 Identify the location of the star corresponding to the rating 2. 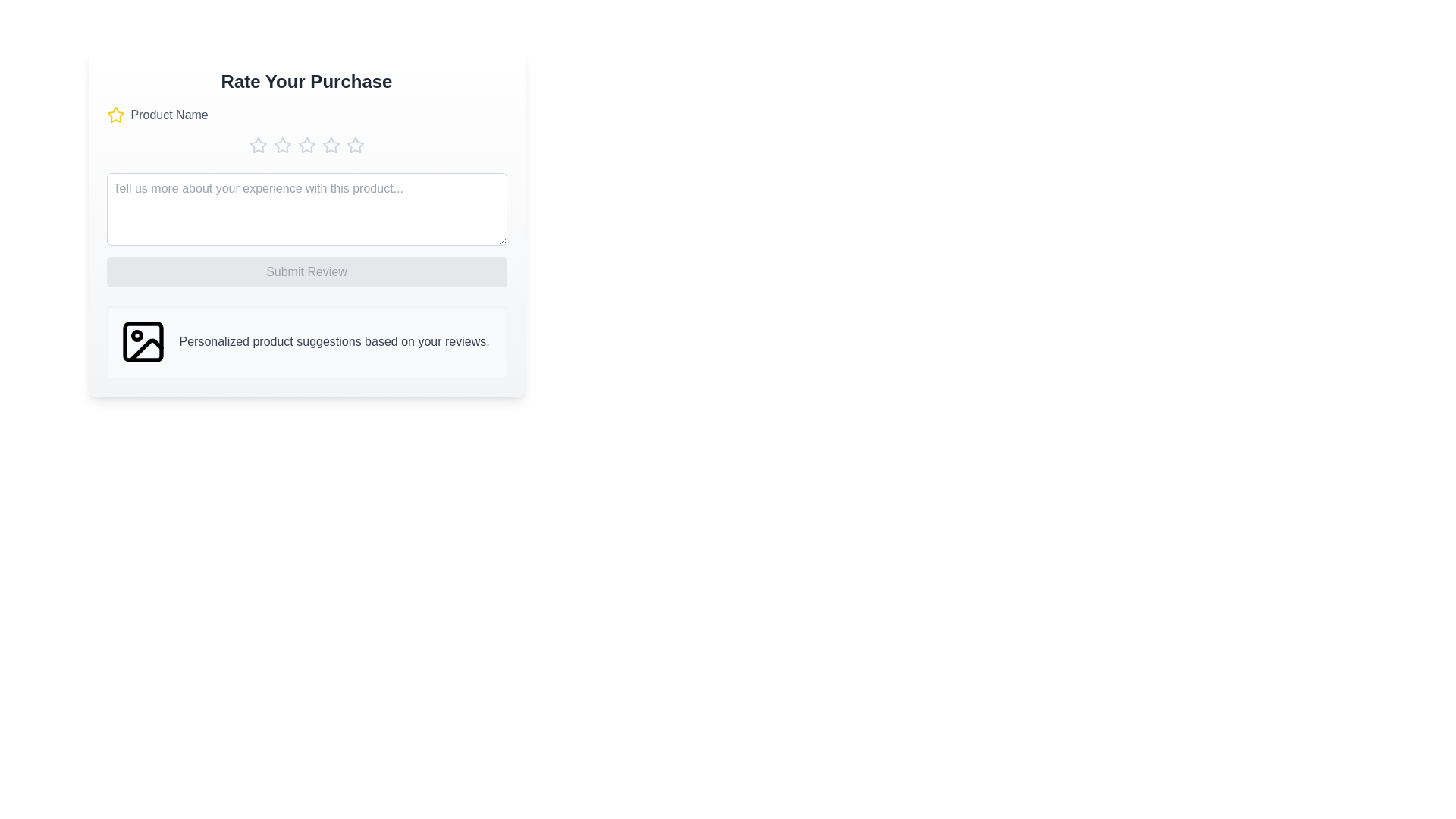
(282, 146).